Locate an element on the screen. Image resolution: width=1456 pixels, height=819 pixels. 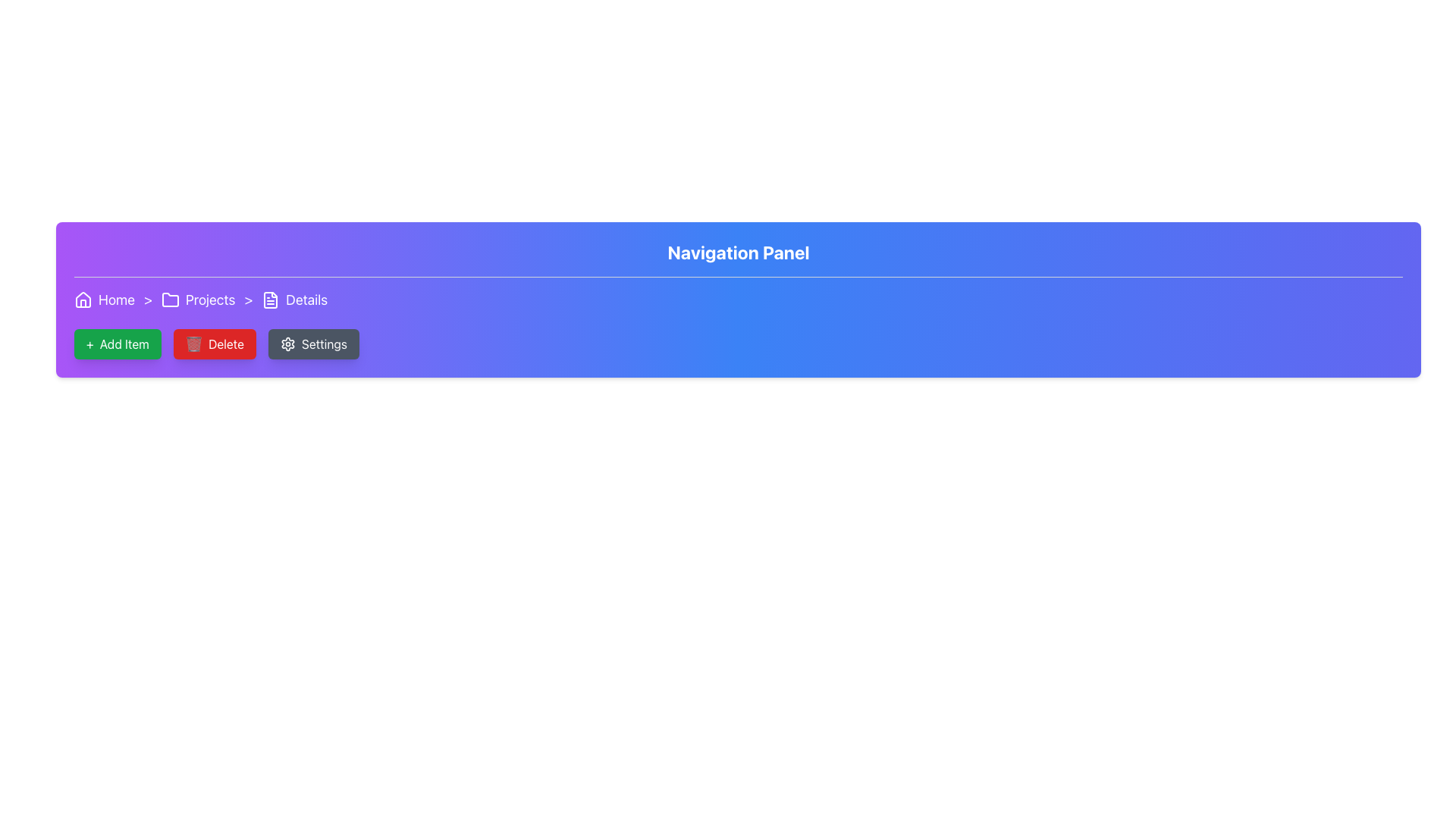
the 'Home' icon located in the top navigation bar is located at coordinates (83, 300).